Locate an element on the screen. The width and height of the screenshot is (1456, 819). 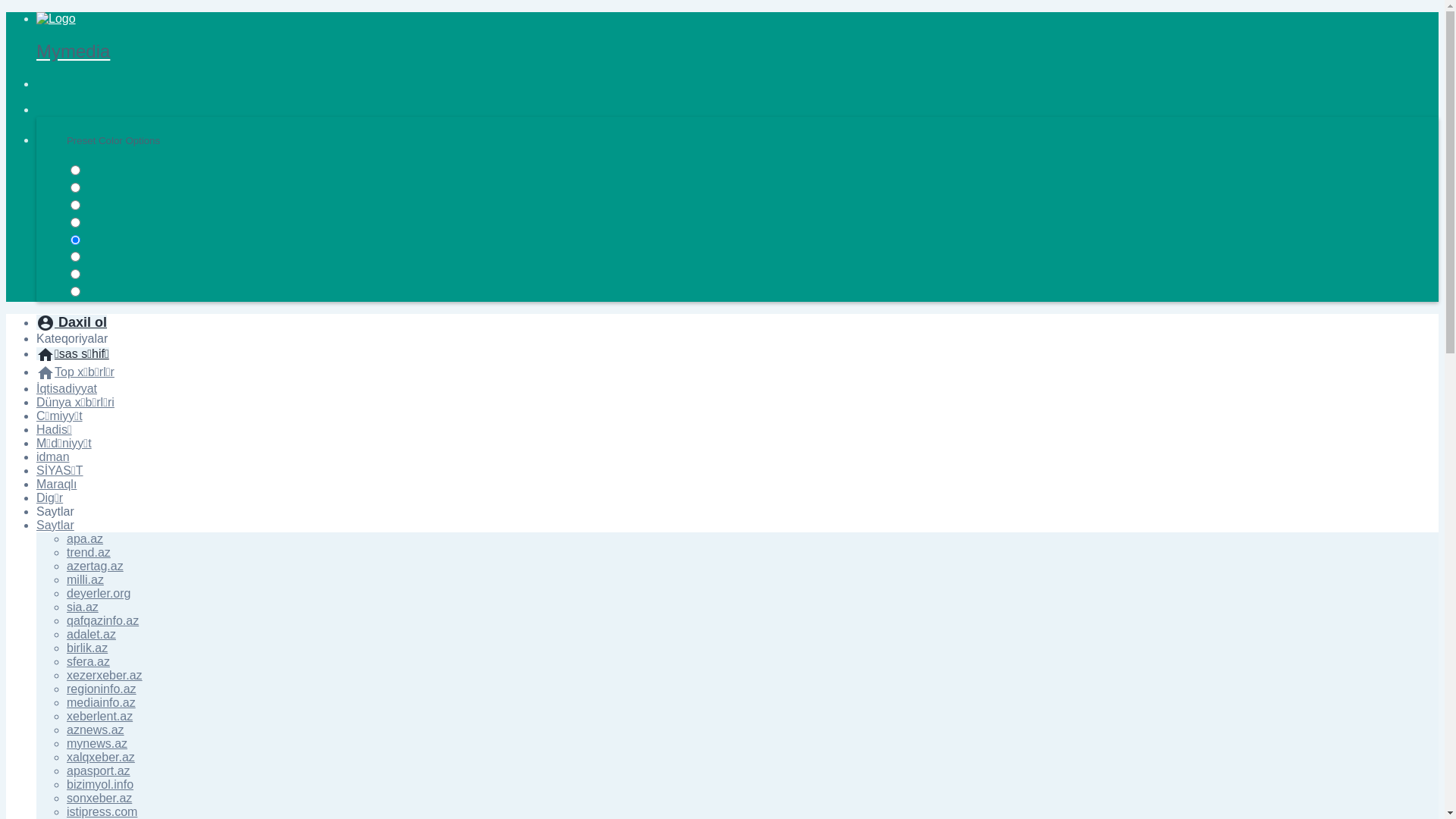
'mynews.az' is located at coordinates (96, 742).